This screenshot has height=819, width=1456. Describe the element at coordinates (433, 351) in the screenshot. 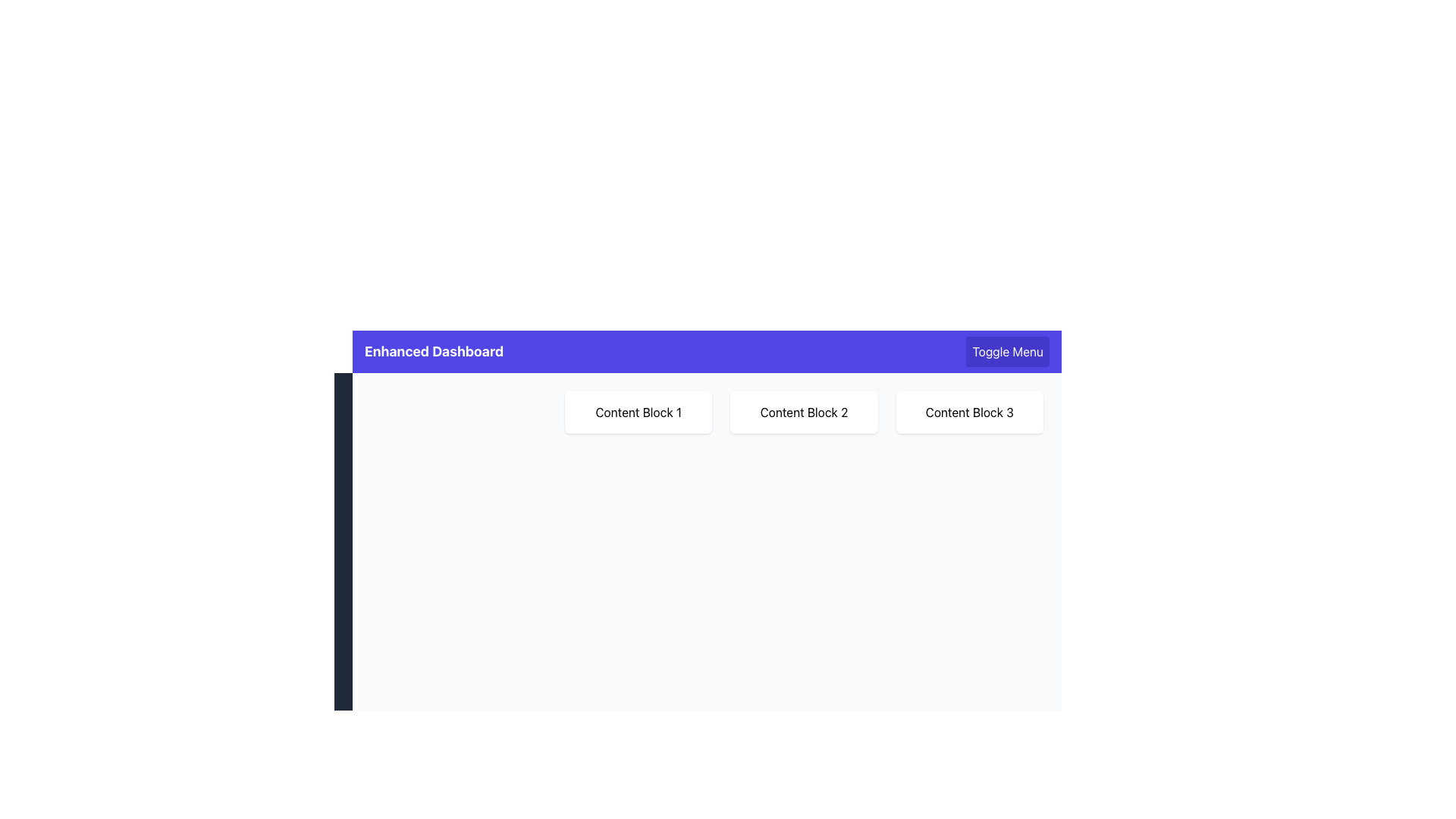

I see `the 'Enhanced Dashboard' static text label located in the top left section of the purple navigation bar, which is aligned horizontally with the 'Toggle Menu' button` at that location.